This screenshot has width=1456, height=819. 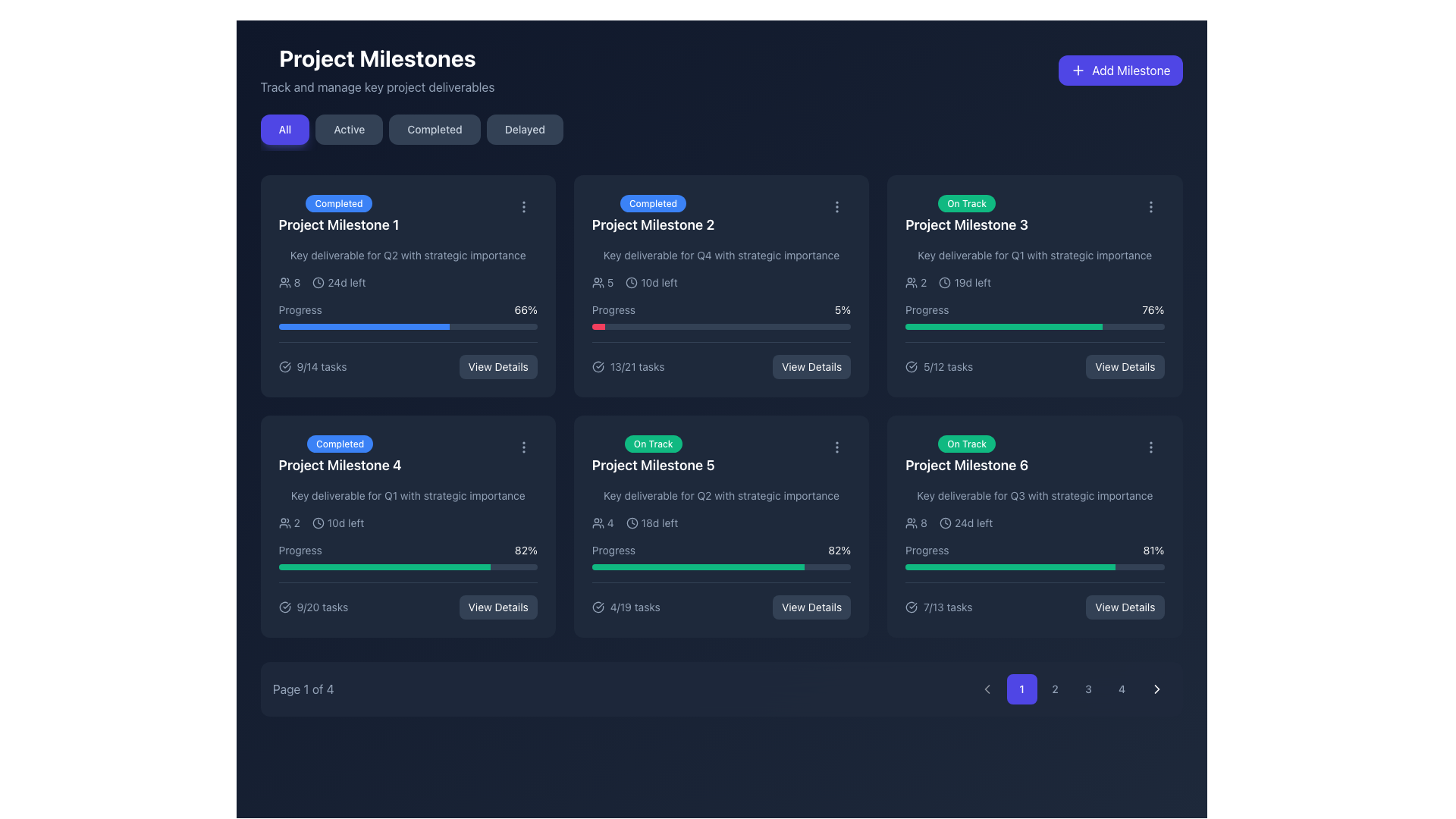 What do you see at coordinates (632, 283) in the screenshot?
I see `the decorative time indicator icon located in the card labeled 'Project Milestone 2', which is aligned horizontally with the text '10d left'` at bounding box center [632, 283].